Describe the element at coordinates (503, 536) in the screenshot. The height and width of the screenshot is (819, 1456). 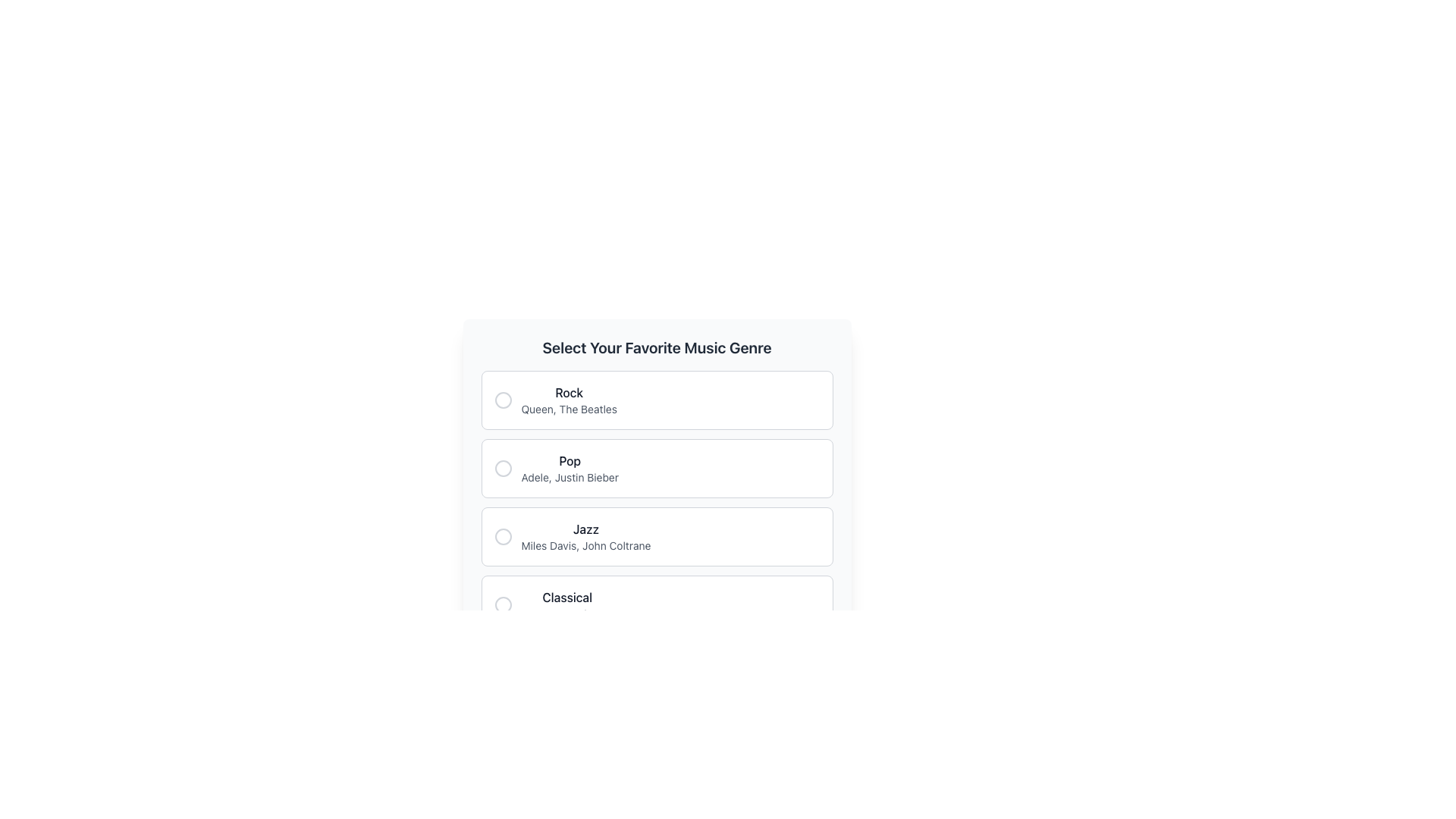
I see `the 'Jazz' radio button` at that location.